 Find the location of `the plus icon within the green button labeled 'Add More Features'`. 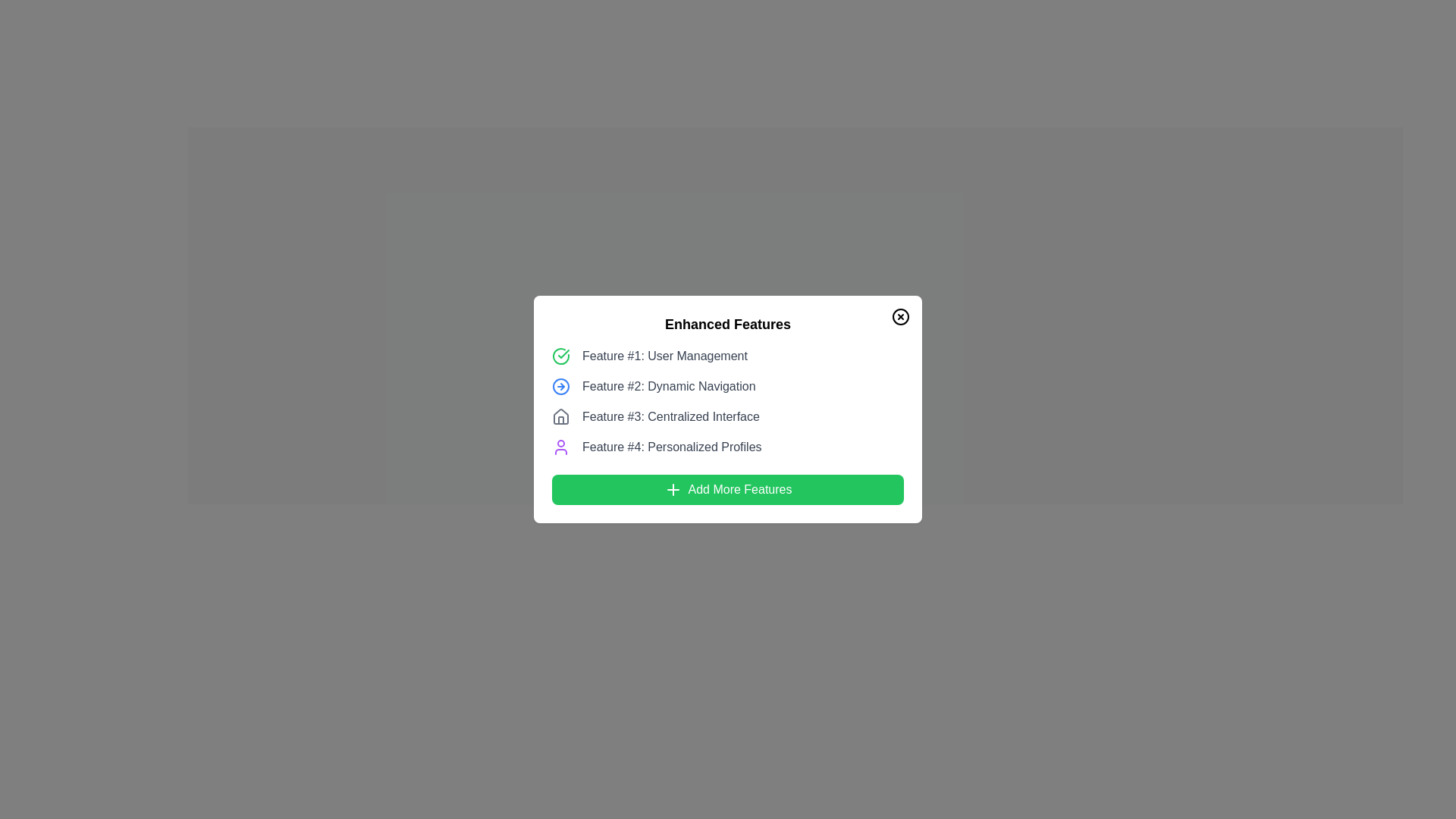

the plus icon within the green button labeled 'Add More Features' is located at coordinates (672, 489).